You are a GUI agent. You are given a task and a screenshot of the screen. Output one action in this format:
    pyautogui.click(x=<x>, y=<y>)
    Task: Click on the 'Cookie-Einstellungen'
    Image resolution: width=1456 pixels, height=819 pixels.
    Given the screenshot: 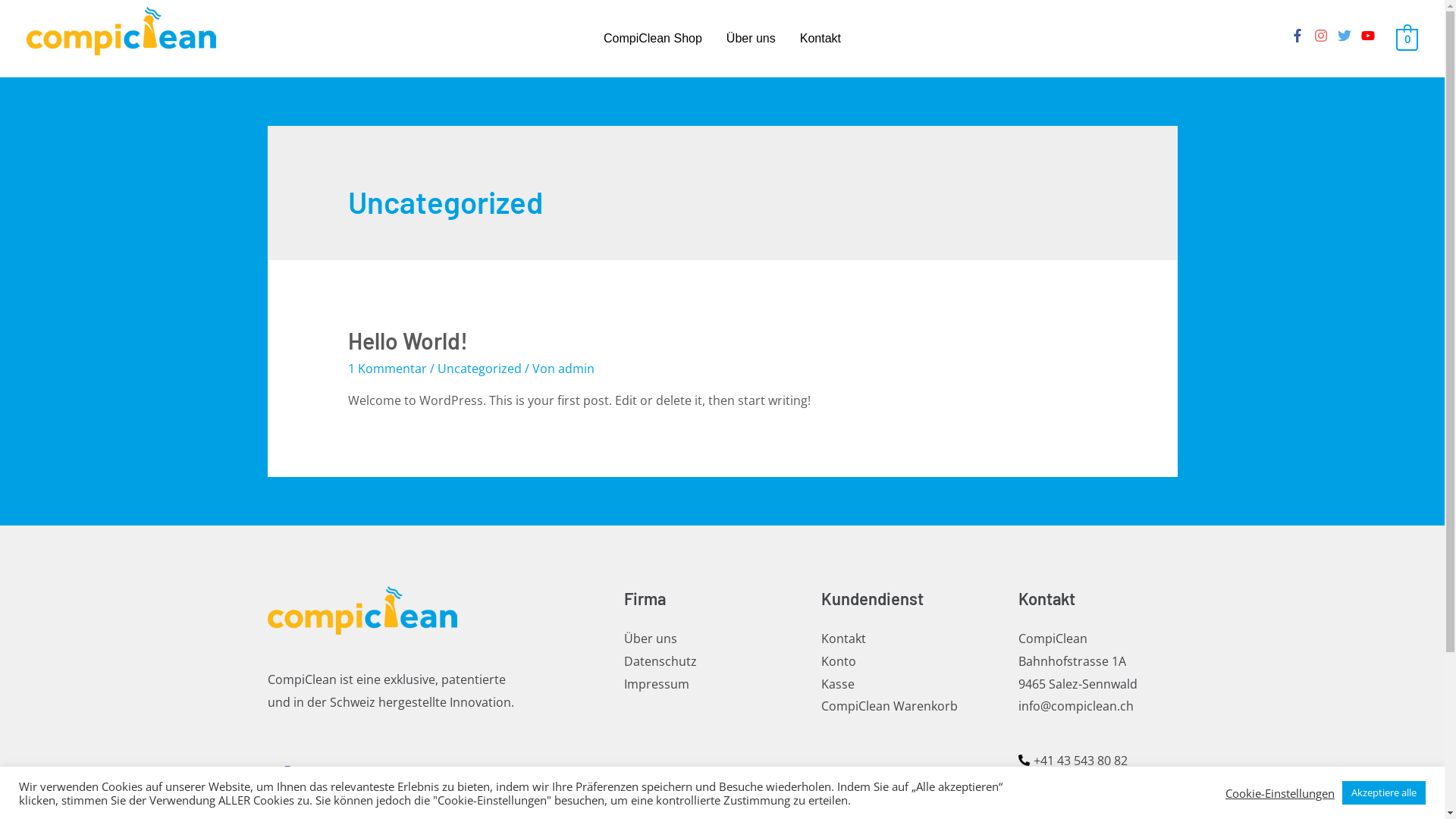 What is the action you would take?
    pyautogui.click(x=1279, y=792)
    